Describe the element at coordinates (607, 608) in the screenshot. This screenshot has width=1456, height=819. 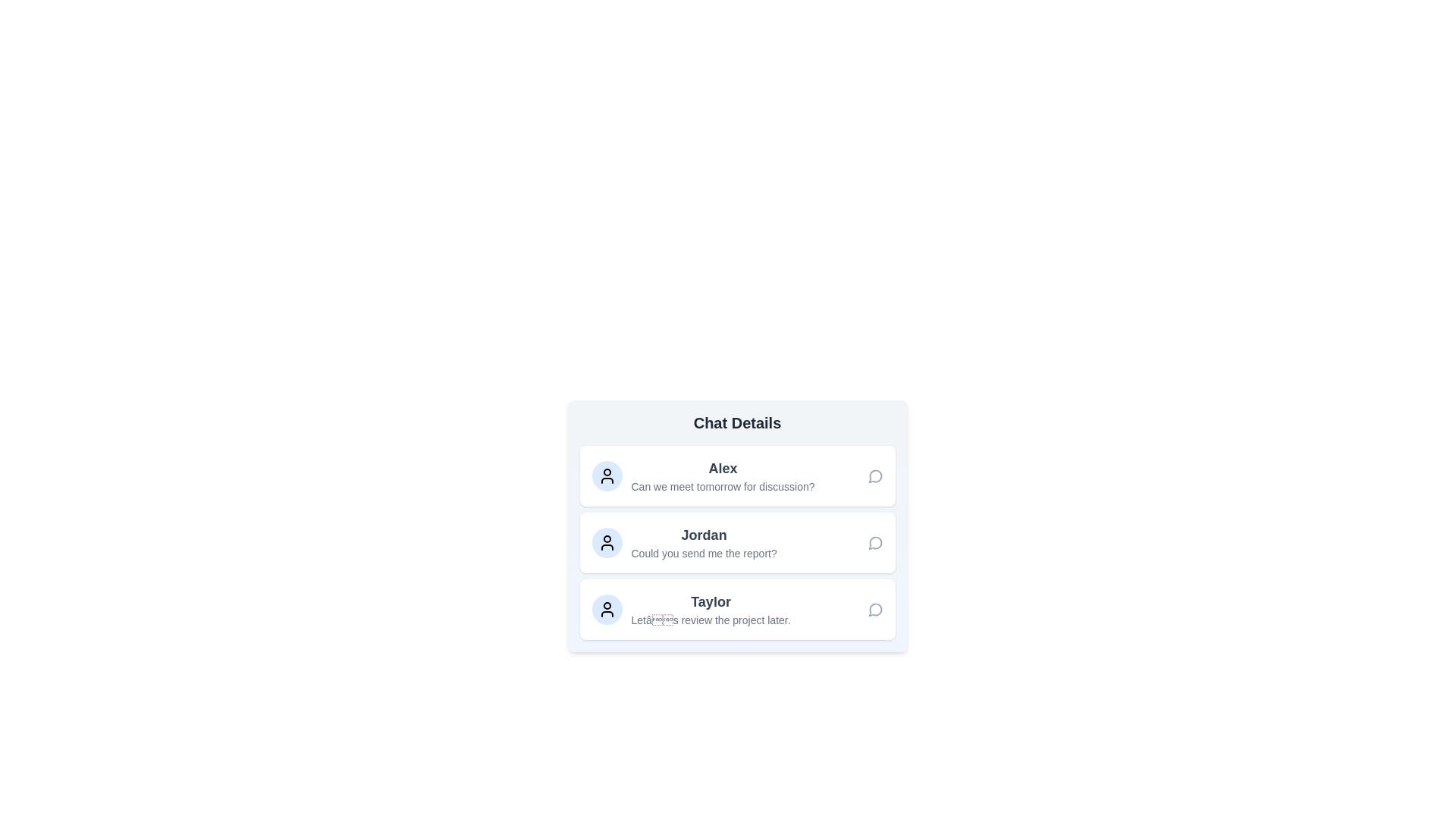
I see `the avatar representation of Taylor` at that location.